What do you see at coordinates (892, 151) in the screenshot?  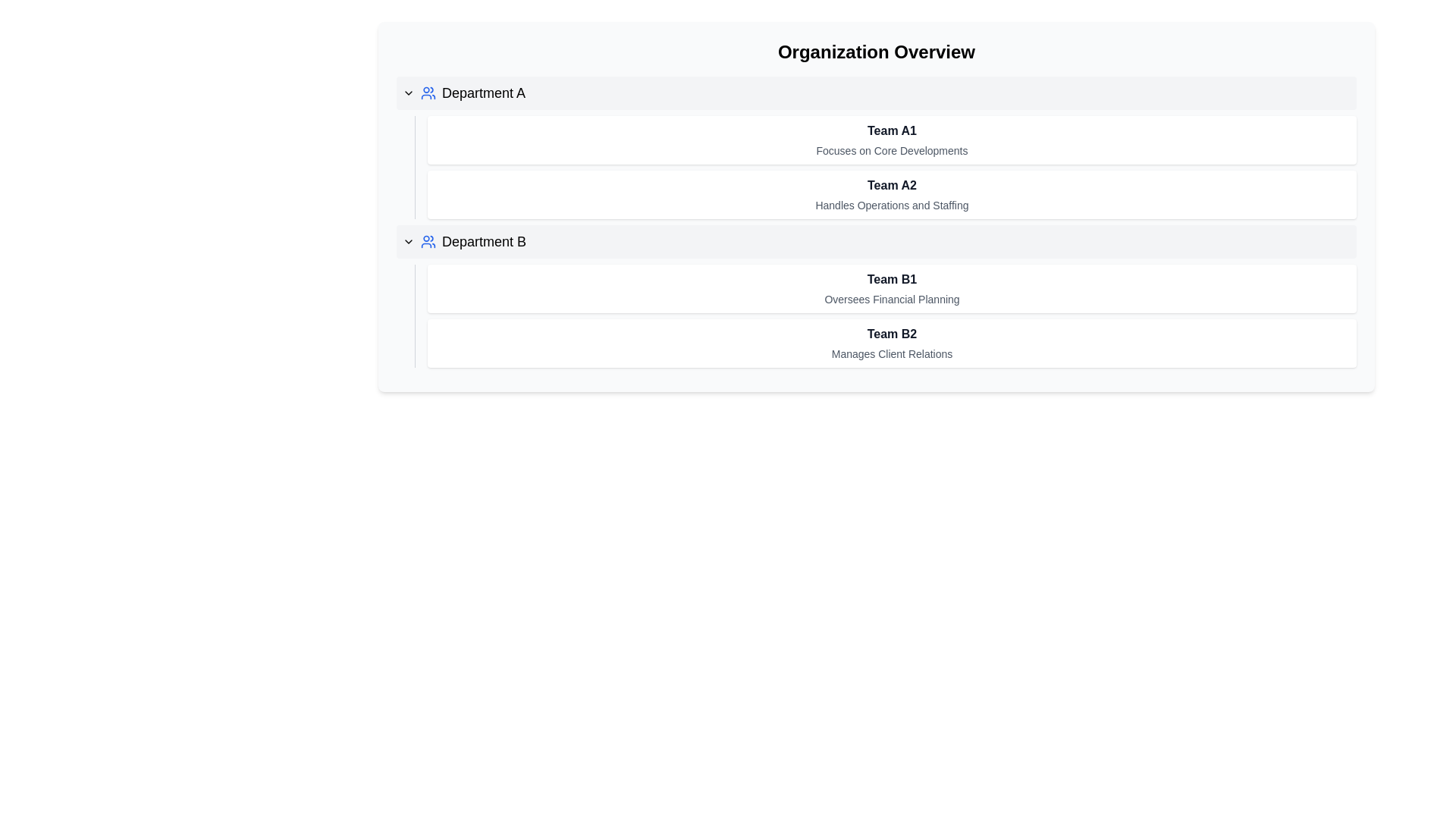 I see `the text element that contains 'Focuses on Core Developments', which is located directly below 'Team A1' in the 'Organization Overview' section` at bounding box center [892, 151].